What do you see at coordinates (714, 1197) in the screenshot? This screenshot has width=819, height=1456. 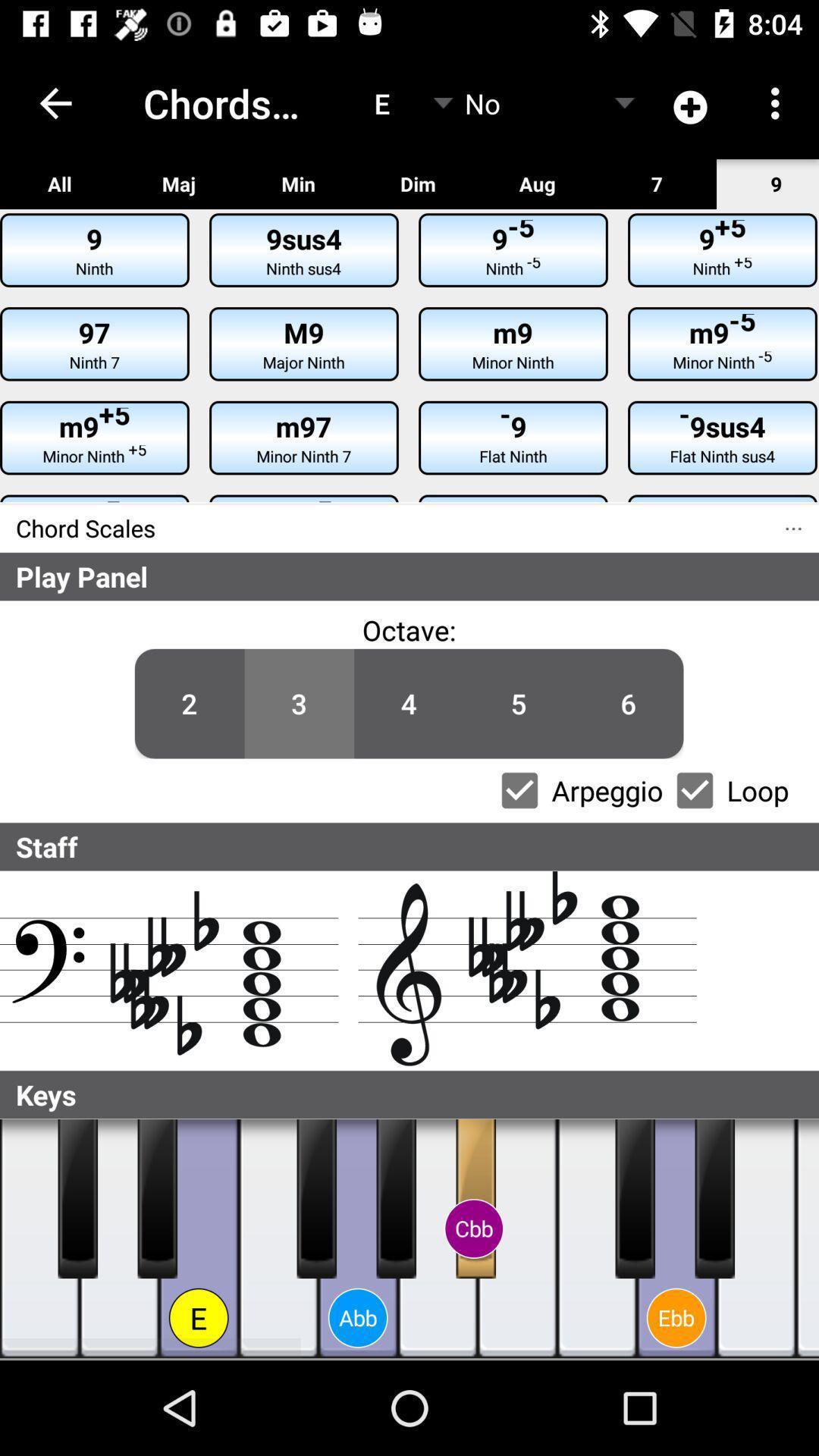 I see `black key on piano keyboard` at bounding box center [714, 1197].